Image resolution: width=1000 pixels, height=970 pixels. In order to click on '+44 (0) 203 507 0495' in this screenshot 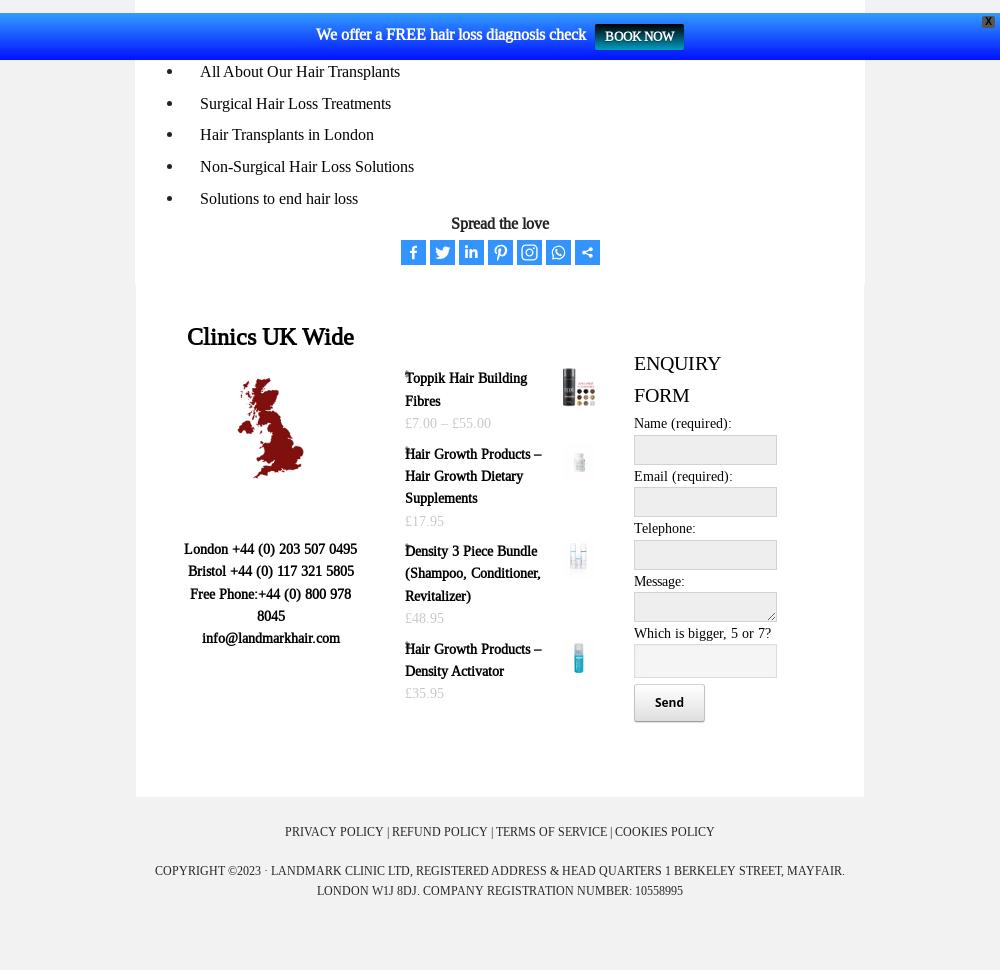, I will do `click(294, 546)`.